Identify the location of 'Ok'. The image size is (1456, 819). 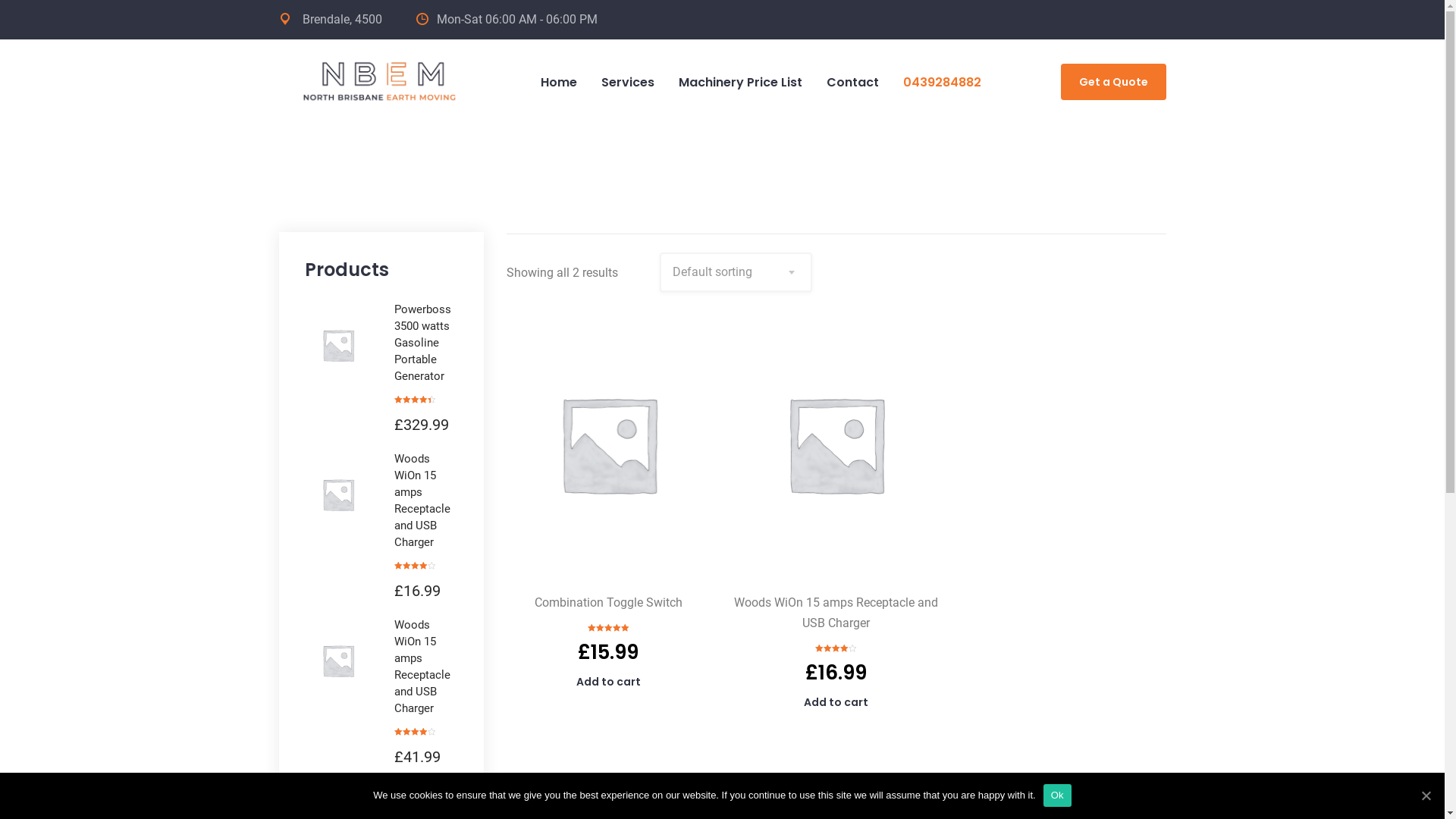
(1043, 795).